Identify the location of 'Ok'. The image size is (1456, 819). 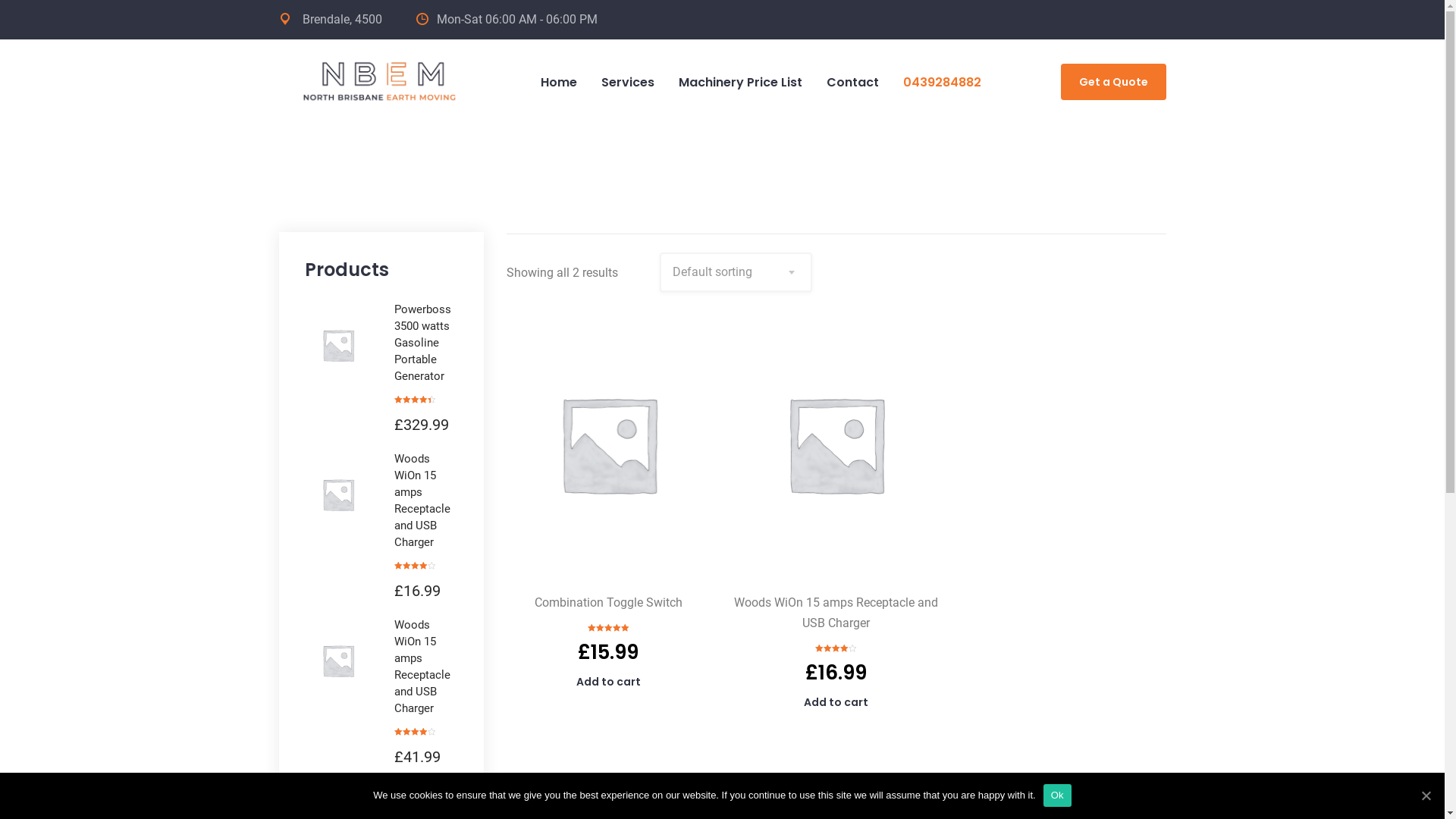
(1043, 795).